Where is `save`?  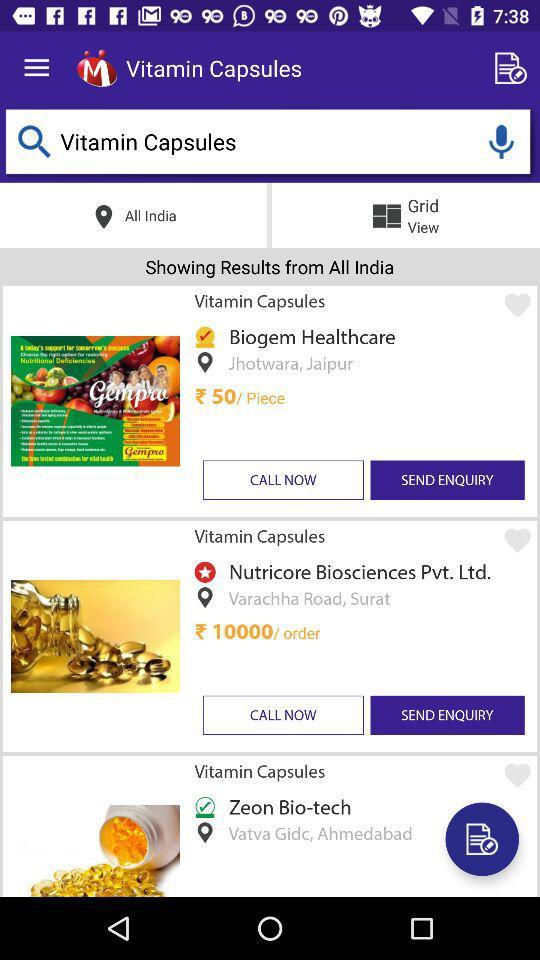
save is located at coordinates (481, 839).